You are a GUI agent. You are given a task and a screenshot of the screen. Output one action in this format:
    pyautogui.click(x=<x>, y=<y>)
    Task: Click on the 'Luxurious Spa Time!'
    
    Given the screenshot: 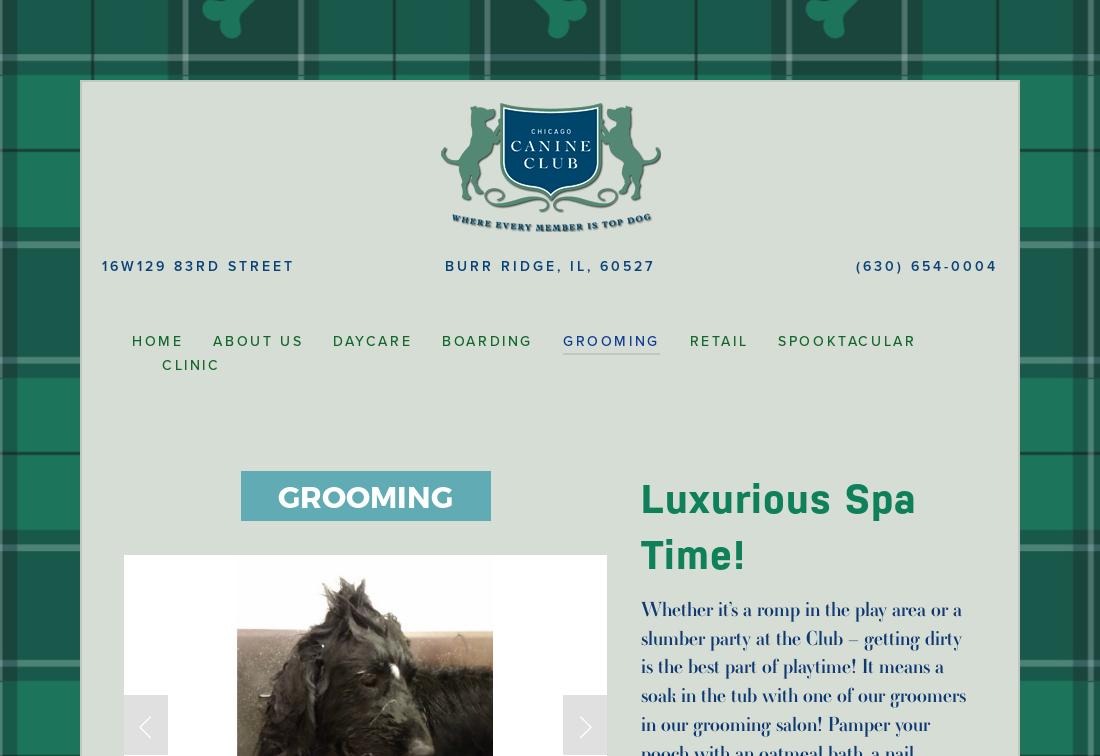 What is the action you would take?
    pyautogui.click(x=784, y=526)
    